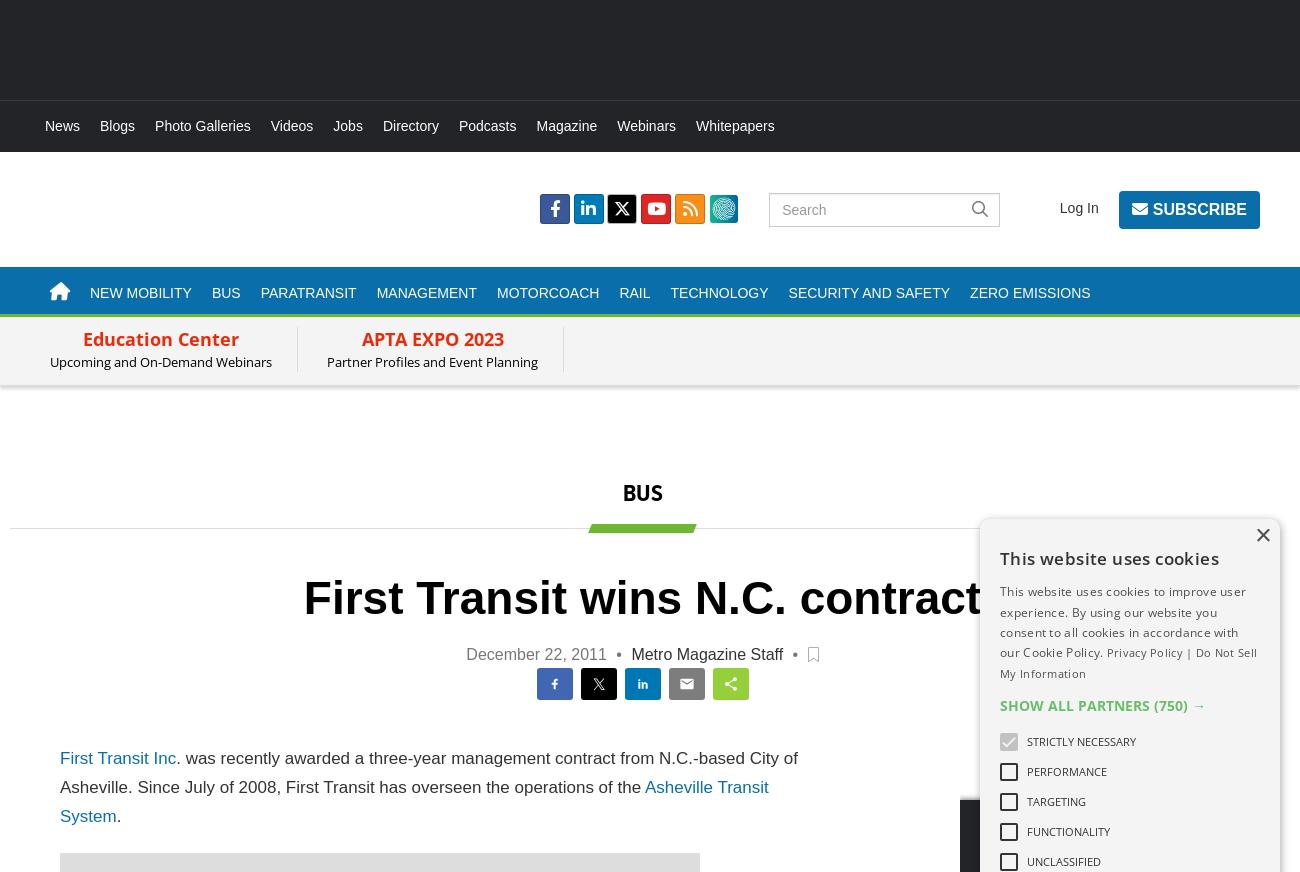 The width and height of the screenshot is (1300, 872). I want to click on 'Bookmark +', so click(813, 619).